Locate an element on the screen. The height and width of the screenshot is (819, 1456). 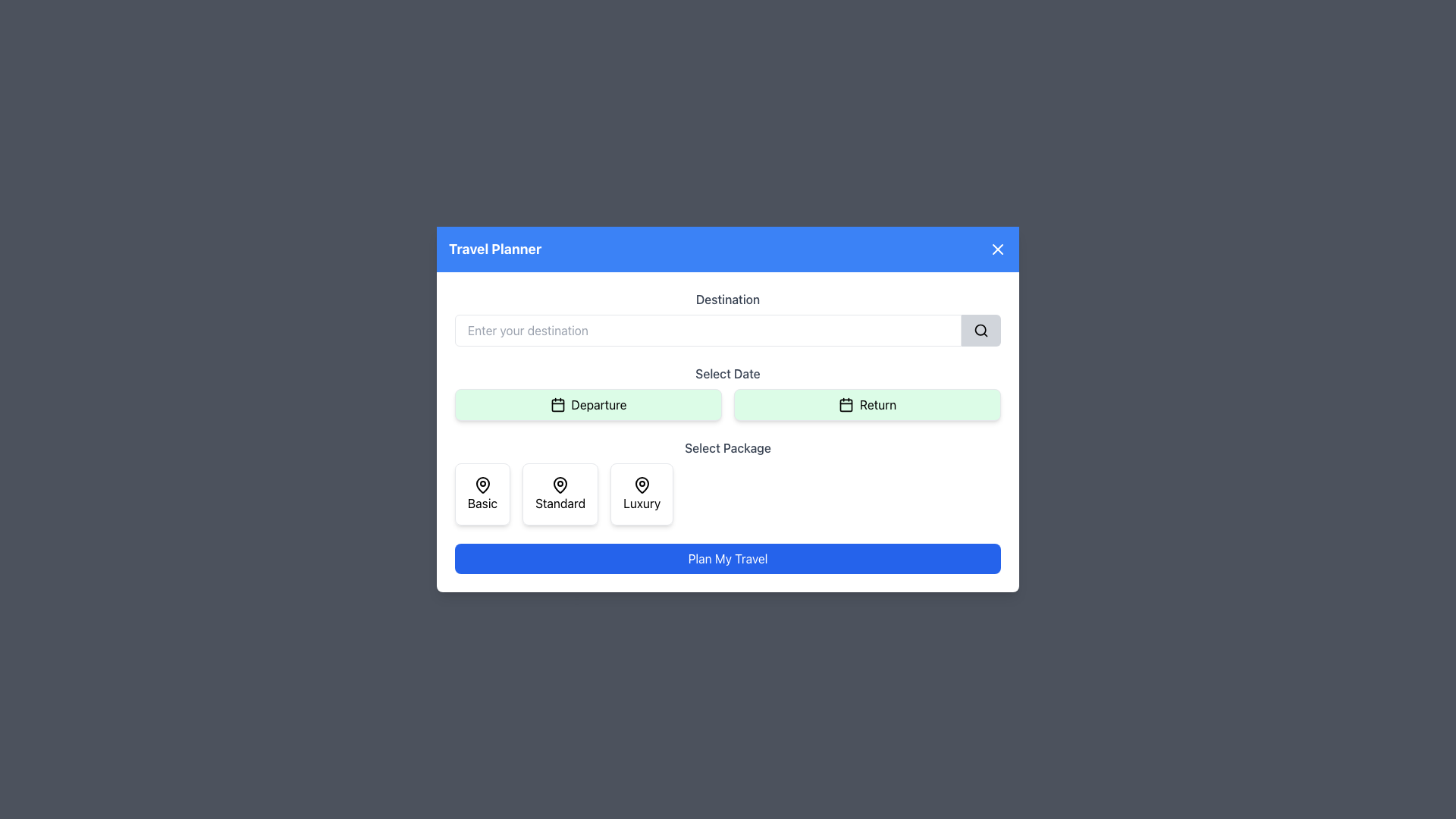
the search button with the magnifying glass icon located at the upper-right corner of the input field labeled 'Destination' is located at coordinates (981, 329).